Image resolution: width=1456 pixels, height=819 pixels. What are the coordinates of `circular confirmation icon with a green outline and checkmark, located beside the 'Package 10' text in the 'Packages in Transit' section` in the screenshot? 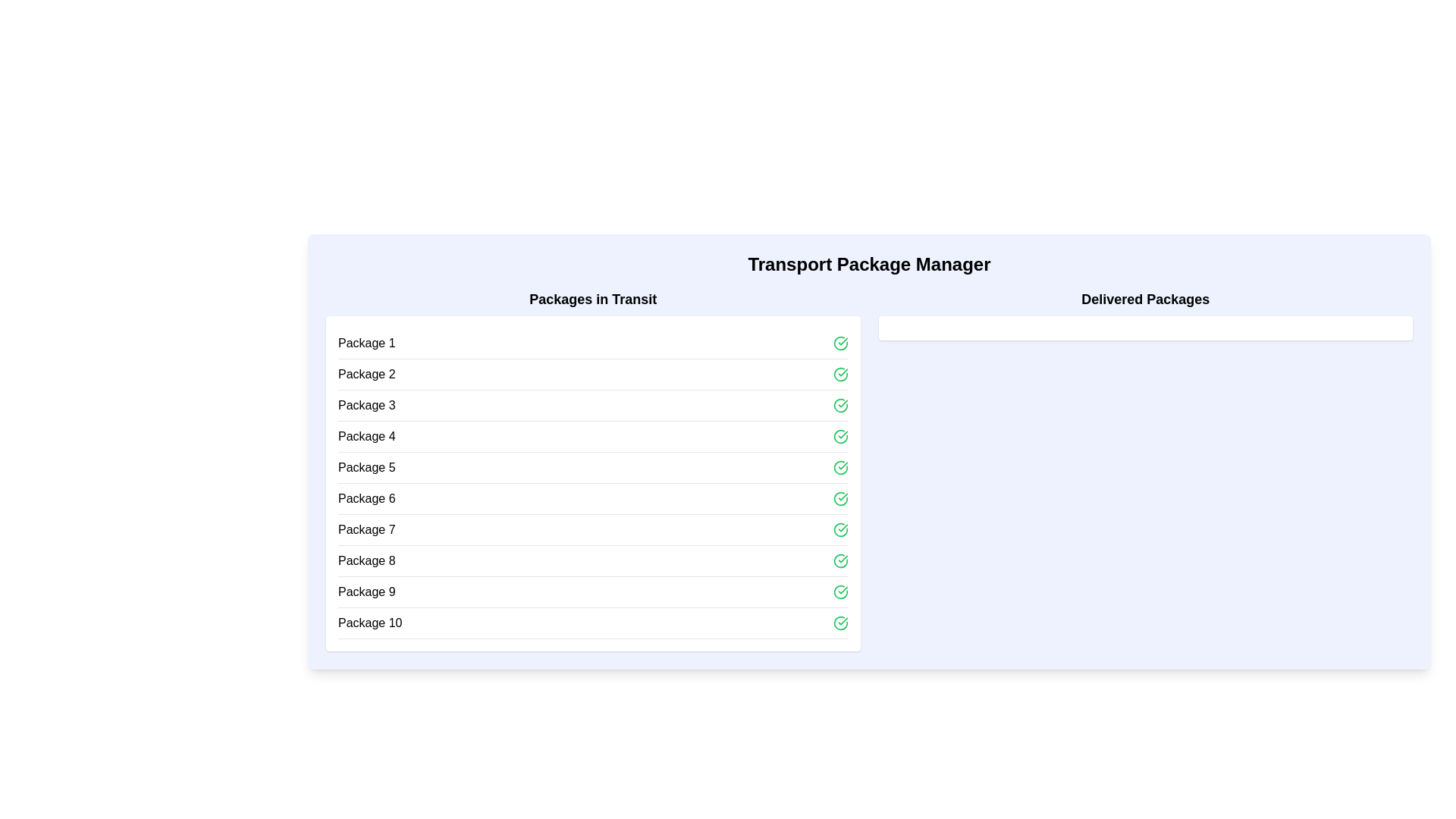 It's located at (839, 591).